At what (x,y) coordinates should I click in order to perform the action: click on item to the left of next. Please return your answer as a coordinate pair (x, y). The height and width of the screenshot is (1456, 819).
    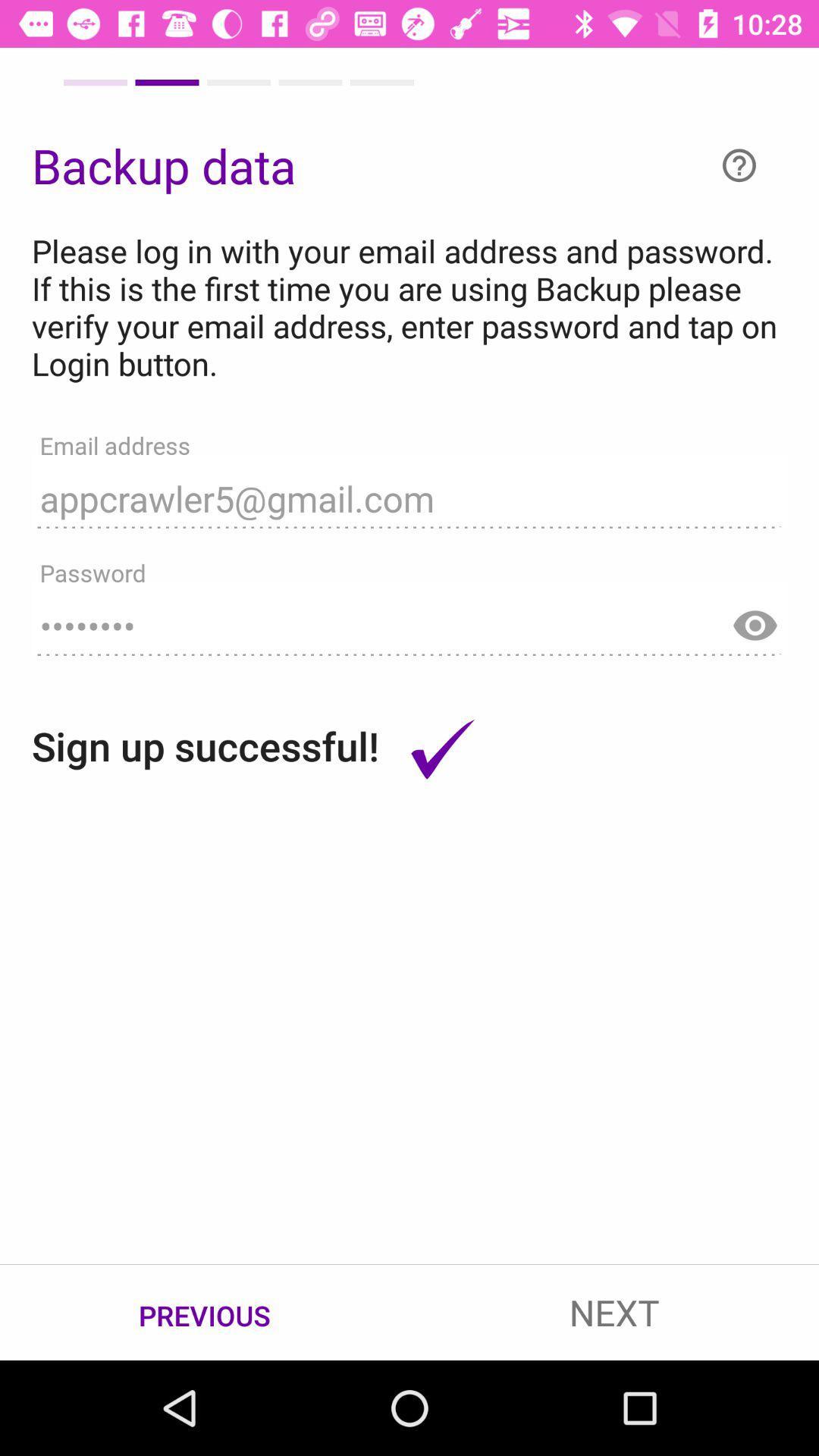
    Looking at the image, I should click on (205, 1313).